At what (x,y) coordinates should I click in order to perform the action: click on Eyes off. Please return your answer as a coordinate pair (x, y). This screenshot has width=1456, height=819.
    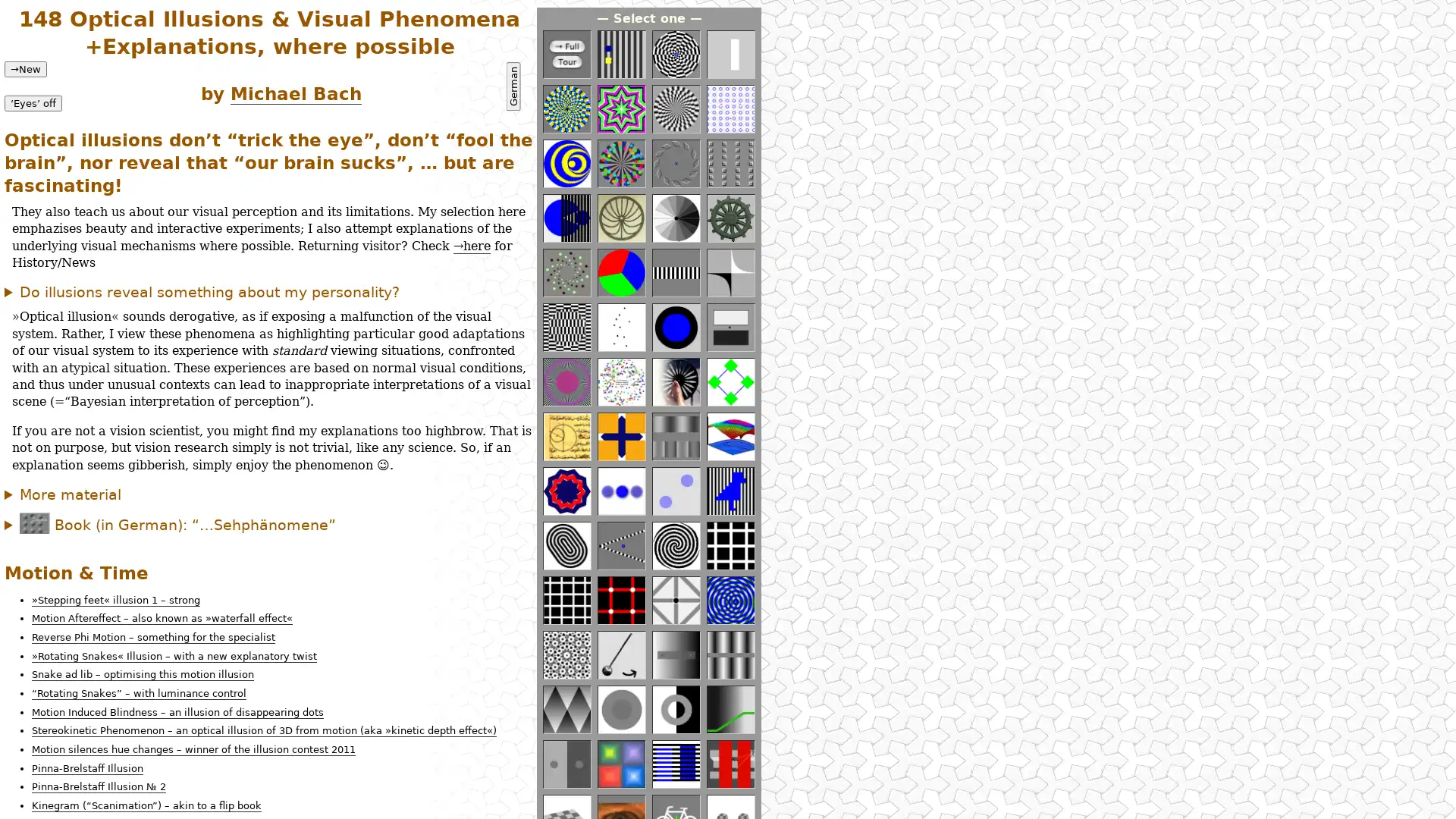
    Looking at the image, I should click on (33, 102).